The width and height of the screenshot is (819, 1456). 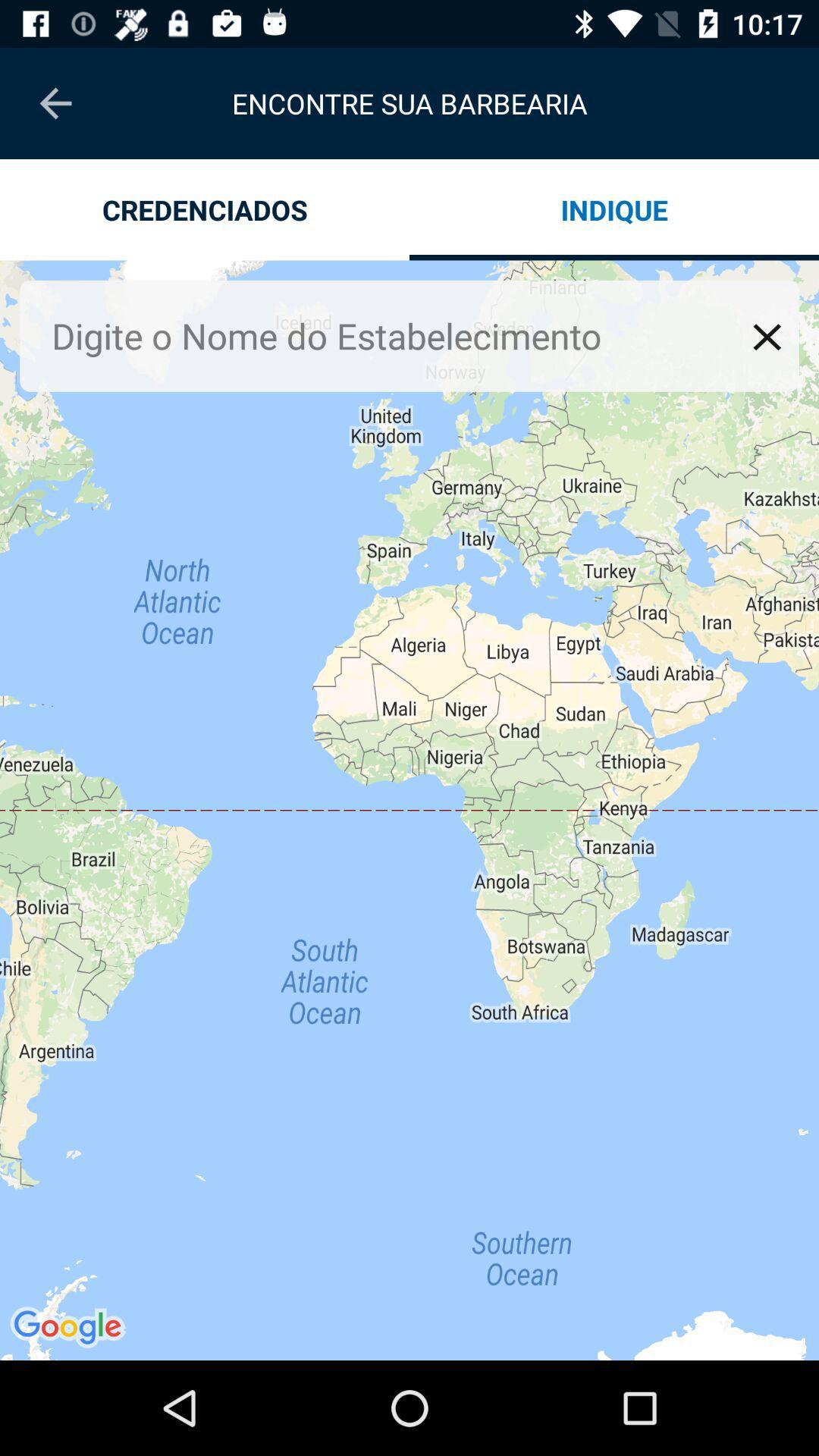 I want to click on item next to indique app, so click(x=205, y=209).